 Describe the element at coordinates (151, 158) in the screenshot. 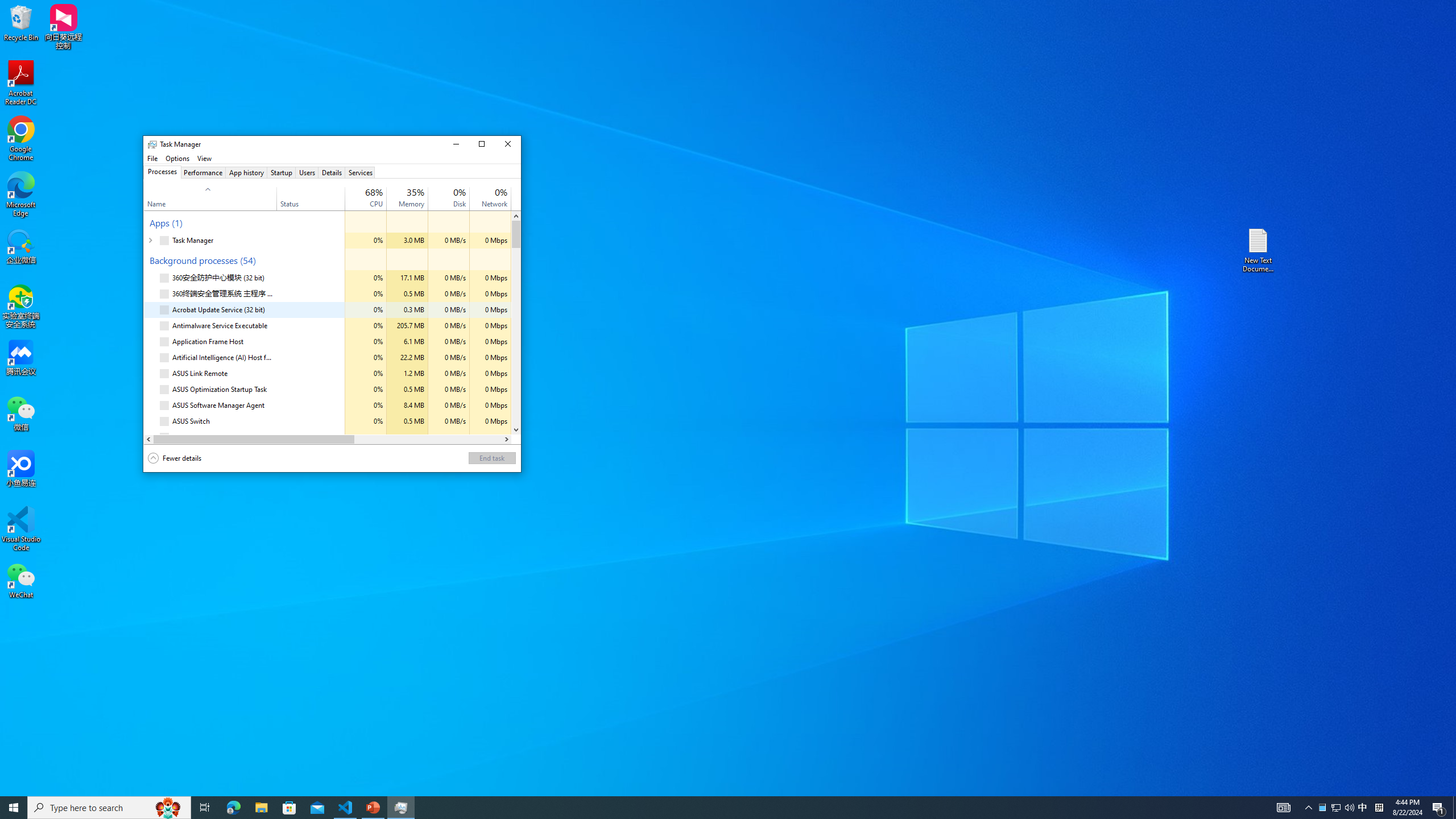

I see `'File'` at that location.